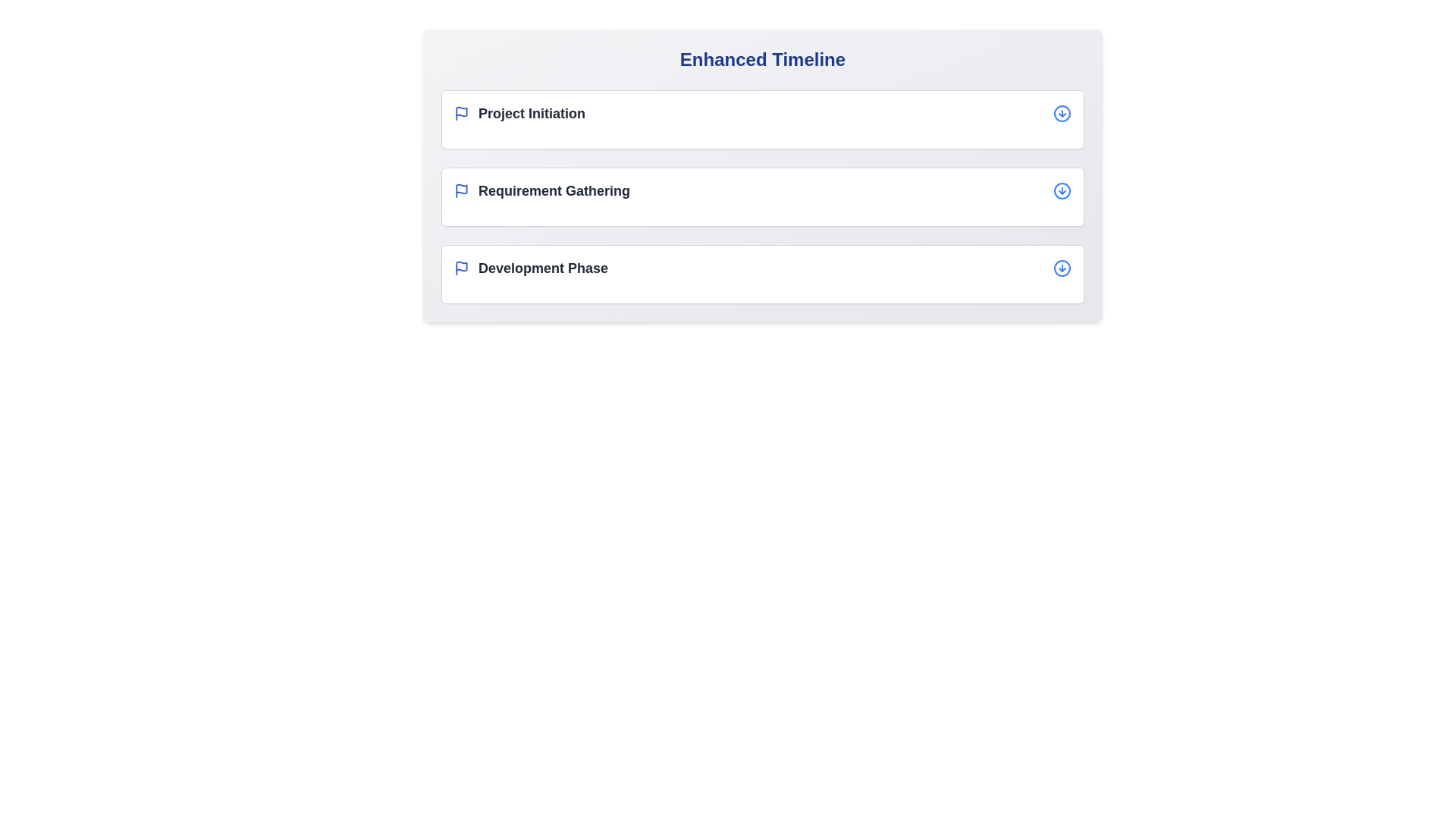 The width and height of the screenshot is (1456, 819). What do you see at coordinates (763, 196) in the screenshot?
I see `the icons within the 'Requirement Gathering' card, which is the middle card in a vertical list of three cards` at bounding box center [763, 196].